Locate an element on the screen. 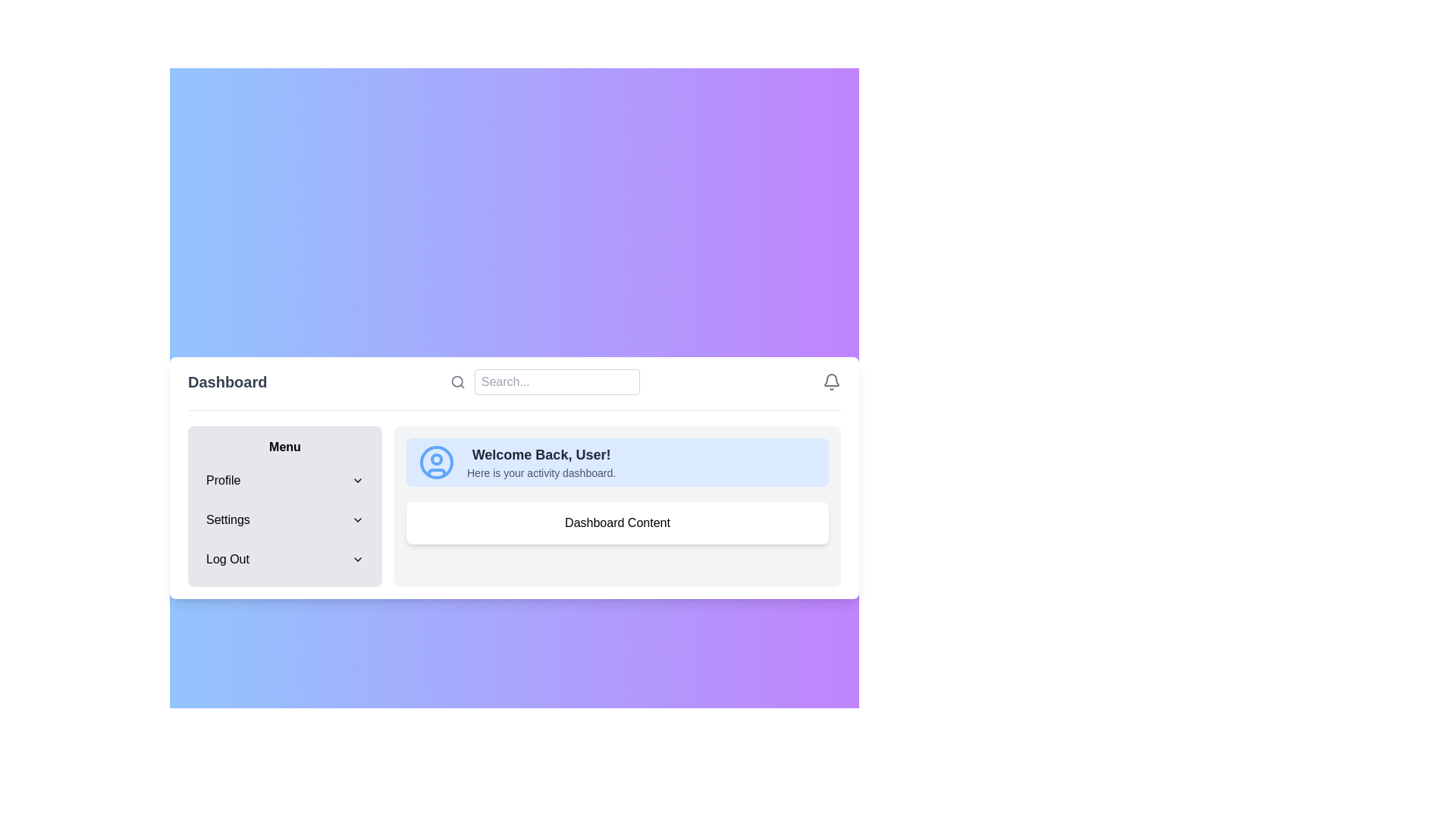 Image resolution: width=1456 pixels, height=819 pixels. the downward-pointing chevron icon located to the right of the 'Settings' text in the navigation menu is located at coordinates (356, 519).